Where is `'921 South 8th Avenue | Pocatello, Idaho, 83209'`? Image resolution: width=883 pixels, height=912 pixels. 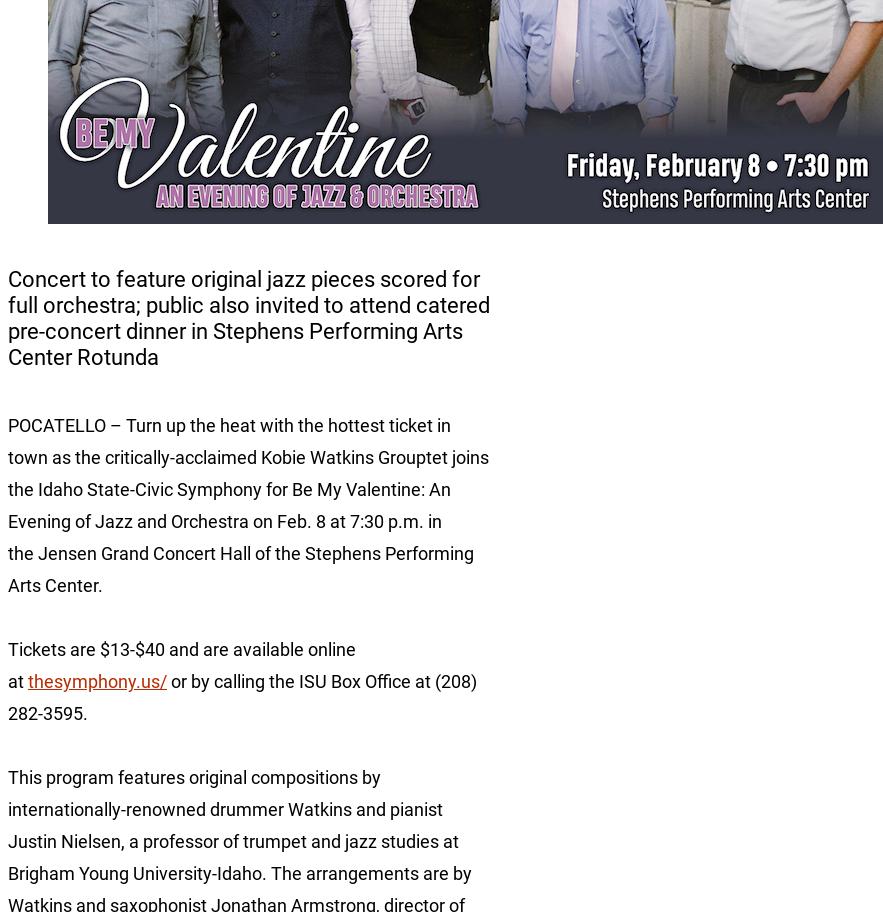 '921 South 8th Avenue | Pocatello, Idaho, 83209' is located at coordinates (8, 850).